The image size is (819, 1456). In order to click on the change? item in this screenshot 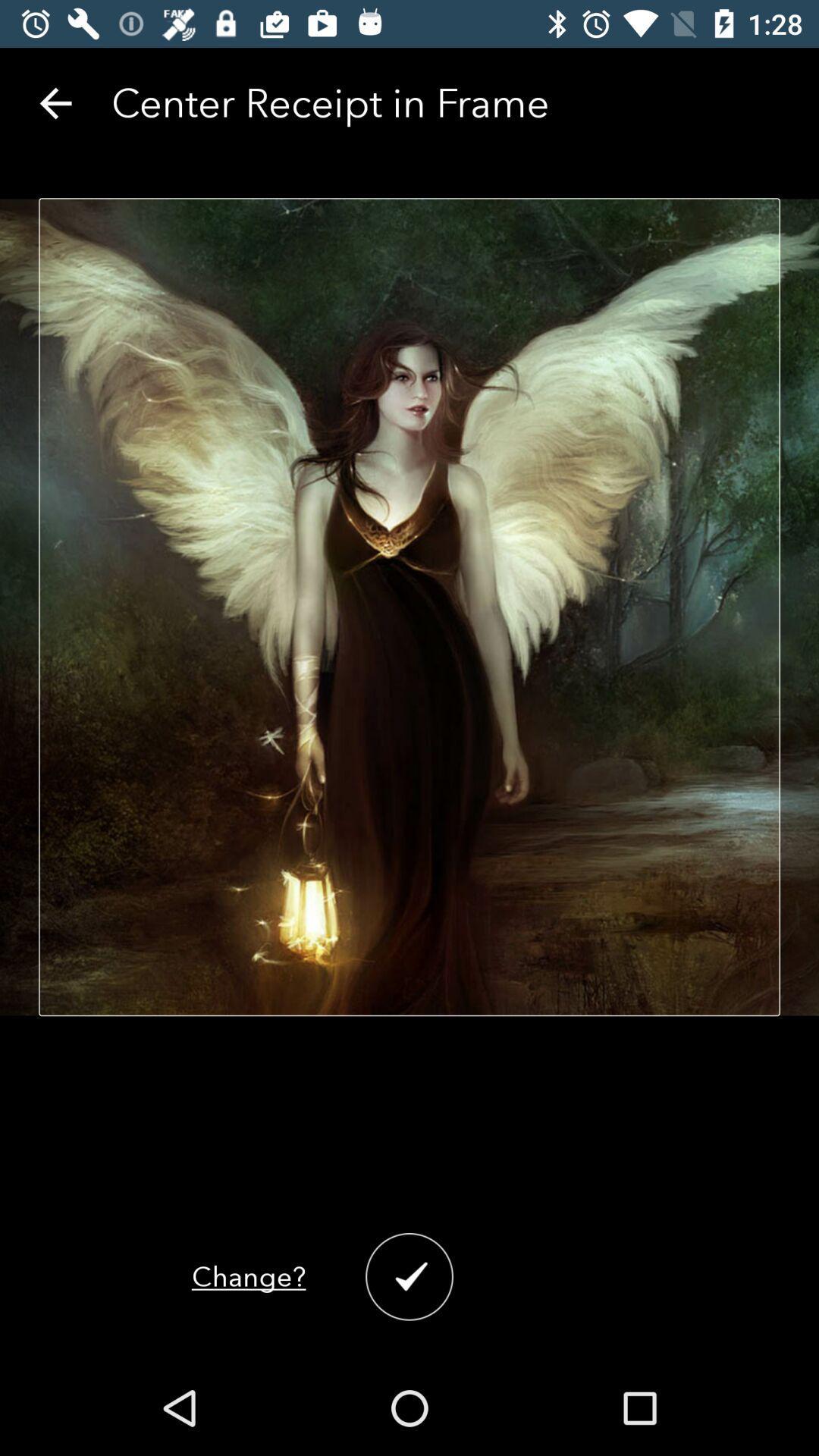, I will do `click(248, 1276)`.